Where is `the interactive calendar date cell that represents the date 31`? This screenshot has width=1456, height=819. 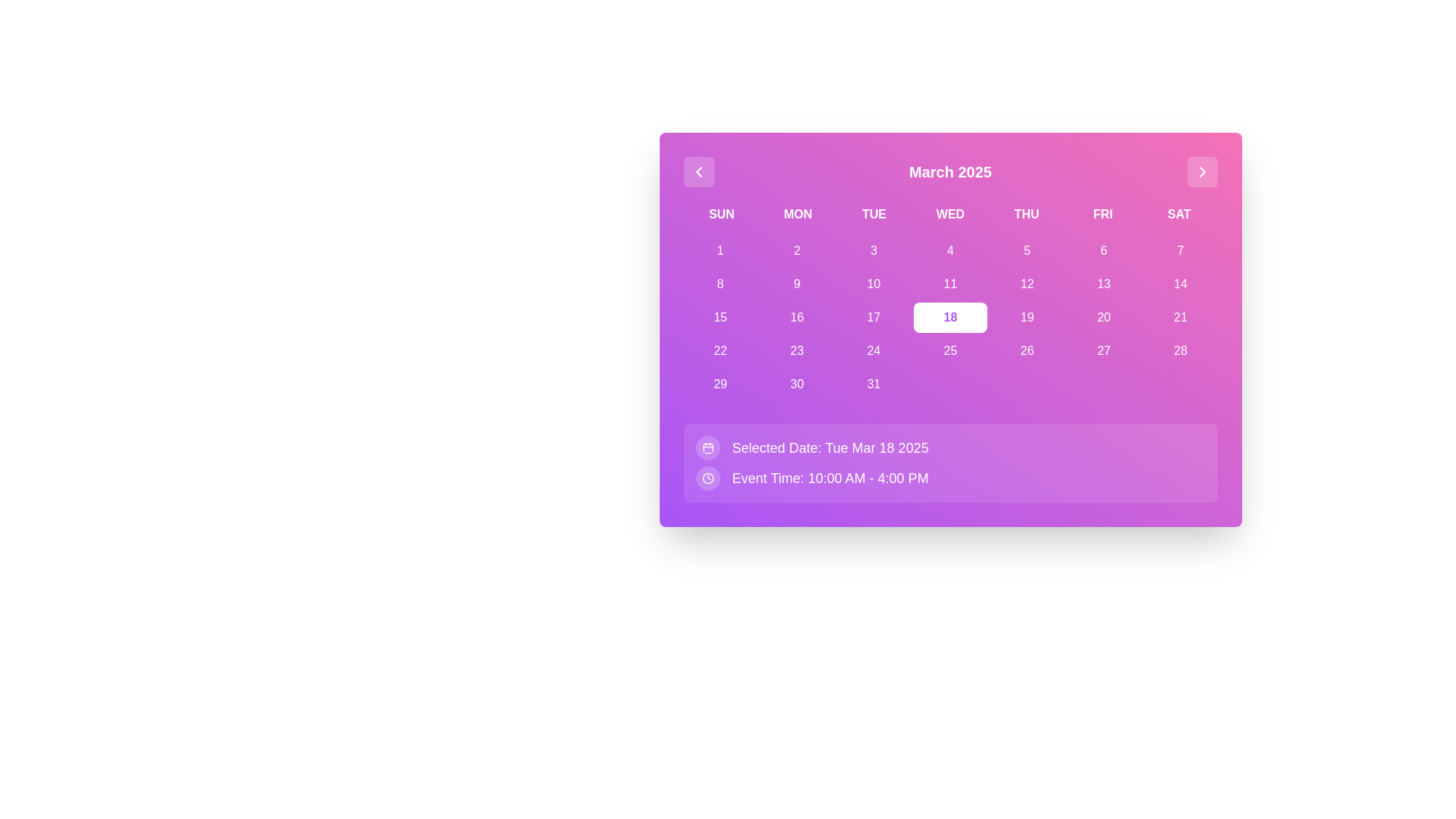
the interactive calendar date cell that represents the date 31 is located at coordinates (874, 383).